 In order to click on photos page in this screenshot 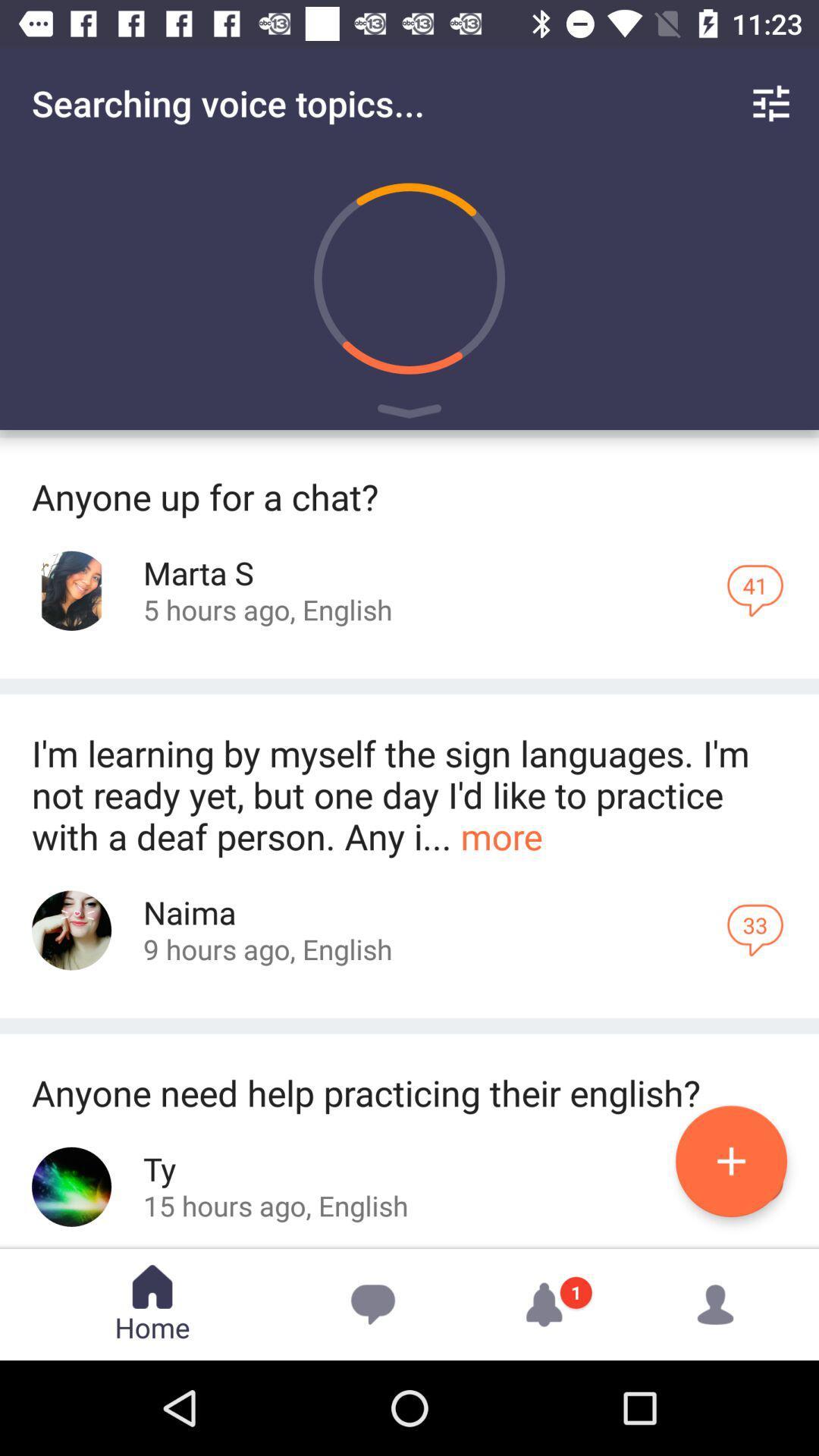, I will do `click(71, 930)`.